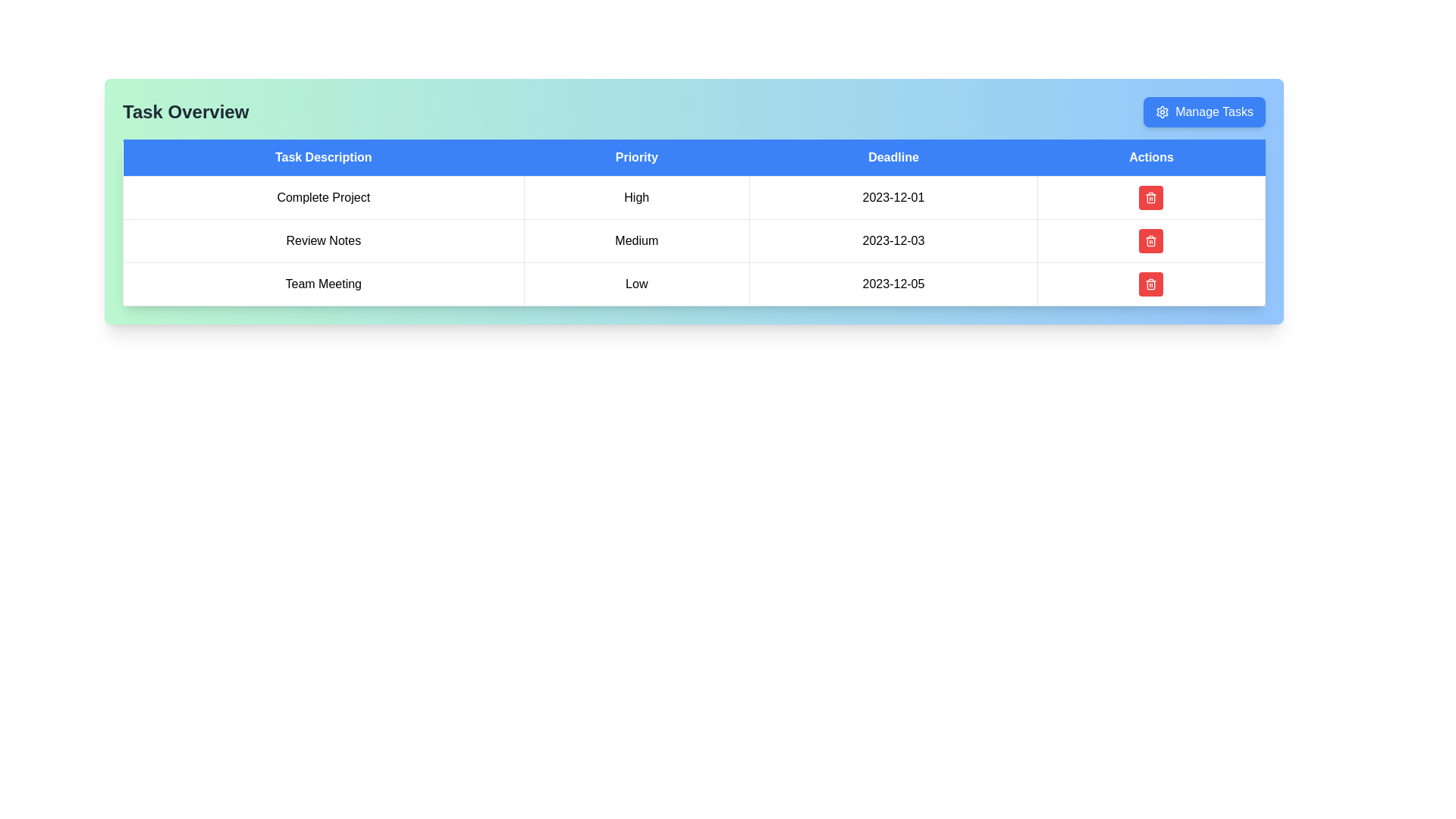 The height and width of the screenshot is (819, 1456). What do you see at coordinates (636, 284) in the screenshot?
I see `the text label displaying 'Low' in the 'Priority' column of the 'Team Meeting' row` at bounding box center [636, 284].